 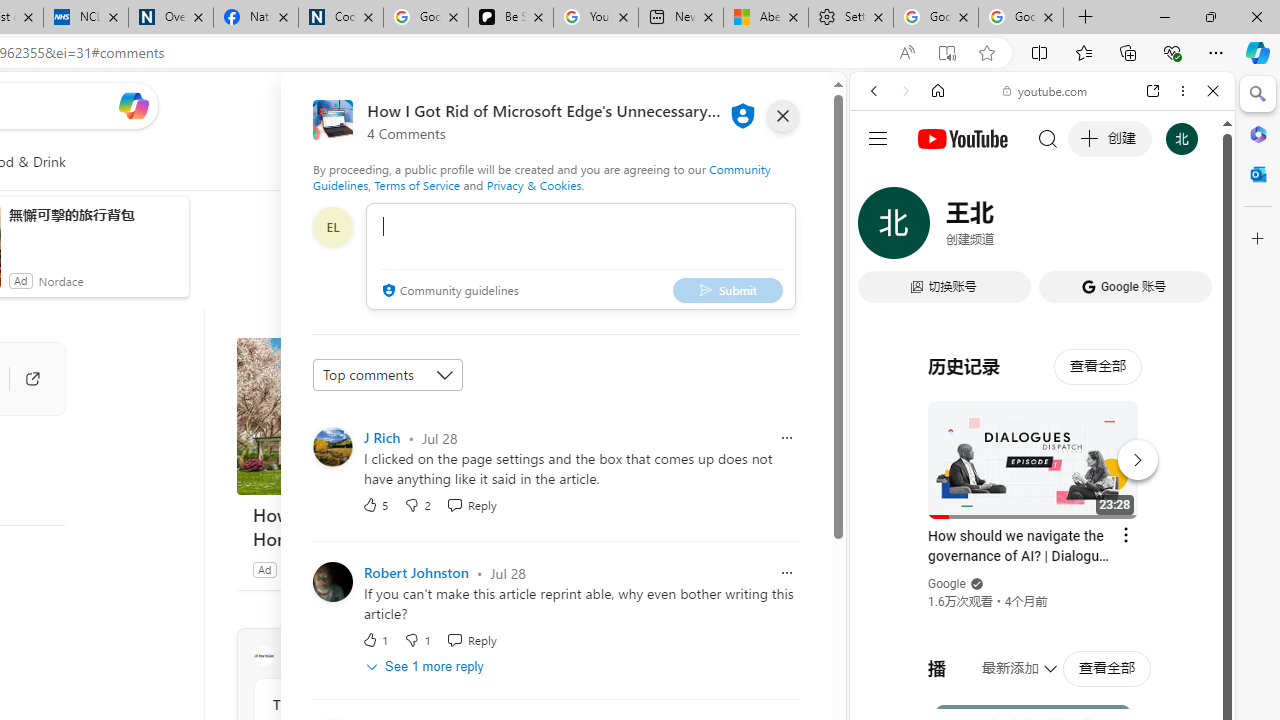 What do you see at coordinates (1257, 173) in the screenshot?
I see `'Close Outlook pane'` at bounding box center [1257, 173].